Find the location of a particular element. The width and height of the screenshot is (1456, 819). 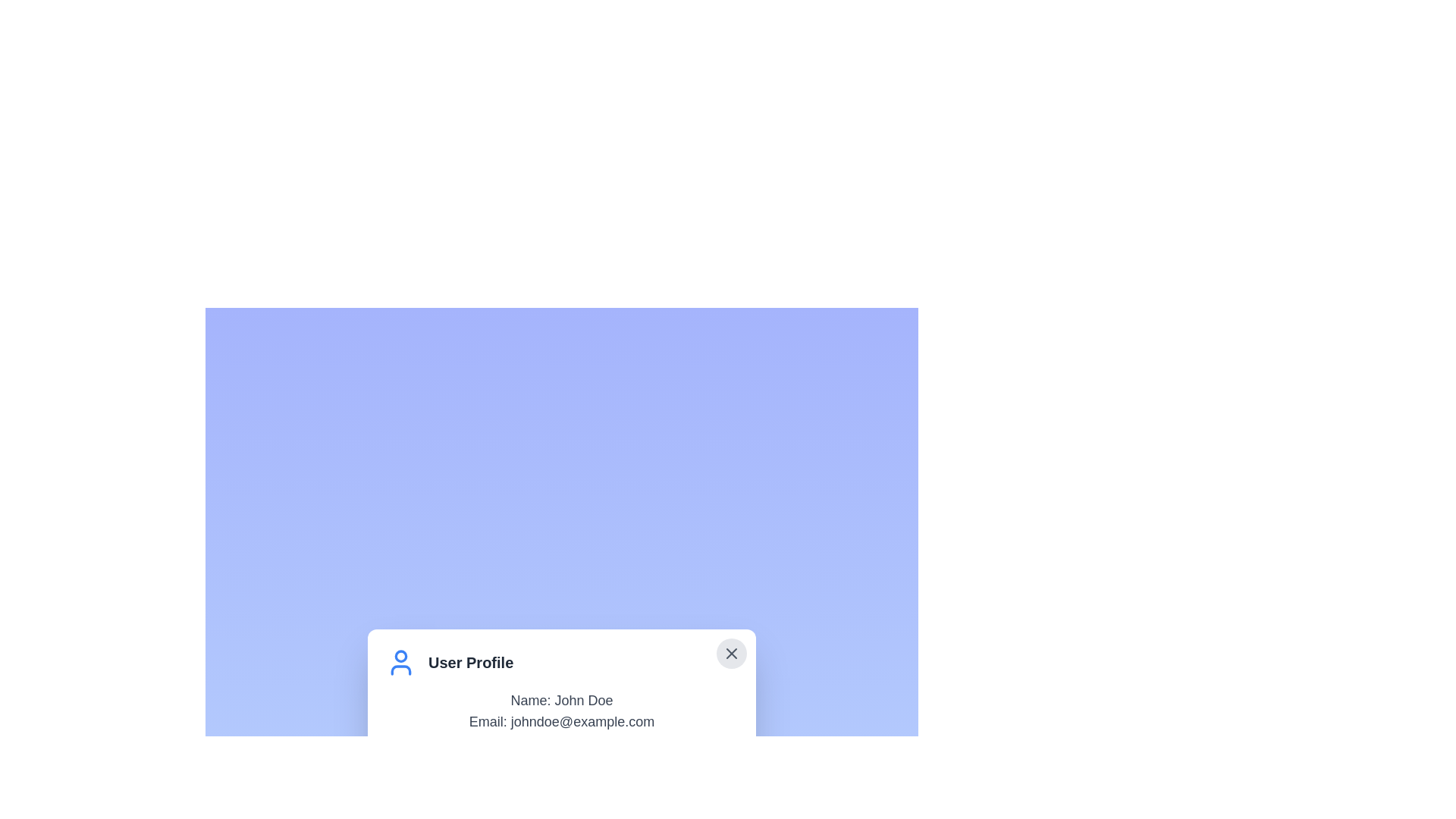

the Static Text Block that displays the user's name and email address, positioned below the 'User Profile' heading in a white card interface is located at coordinates (560, 711).